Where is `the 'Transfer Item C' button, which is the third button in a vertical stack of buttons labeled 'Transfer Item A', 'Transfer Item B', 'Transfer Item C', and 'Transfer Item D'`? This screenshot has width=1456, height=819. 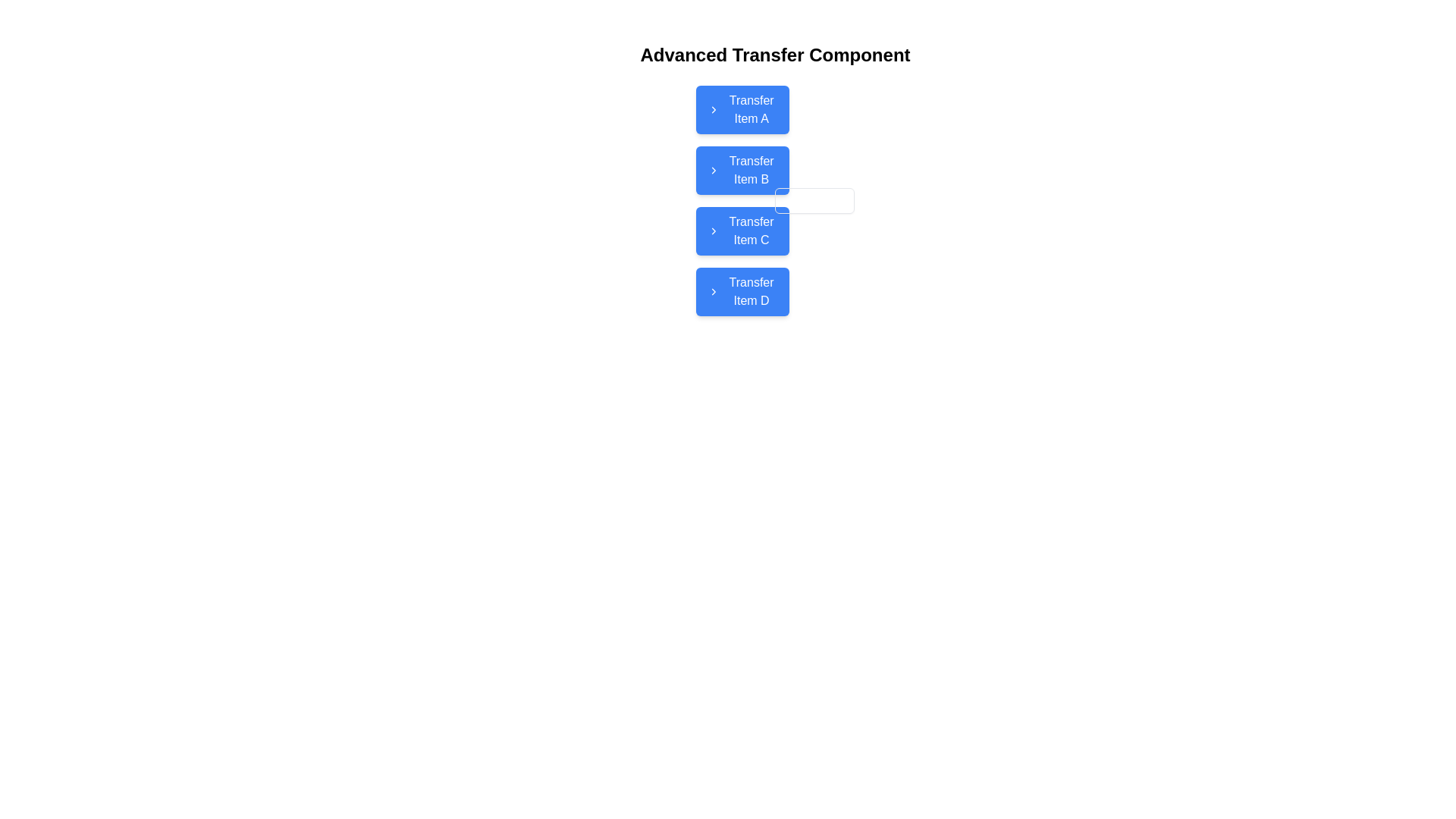
the 'Transfer Item C' button, which is the third button in a vertical stack of buttons labeled 'Transfer Item A', 'Transfer Item B', 'Transfer Item C', and 'Transfer Item D' is located at coordinates (742, 231).